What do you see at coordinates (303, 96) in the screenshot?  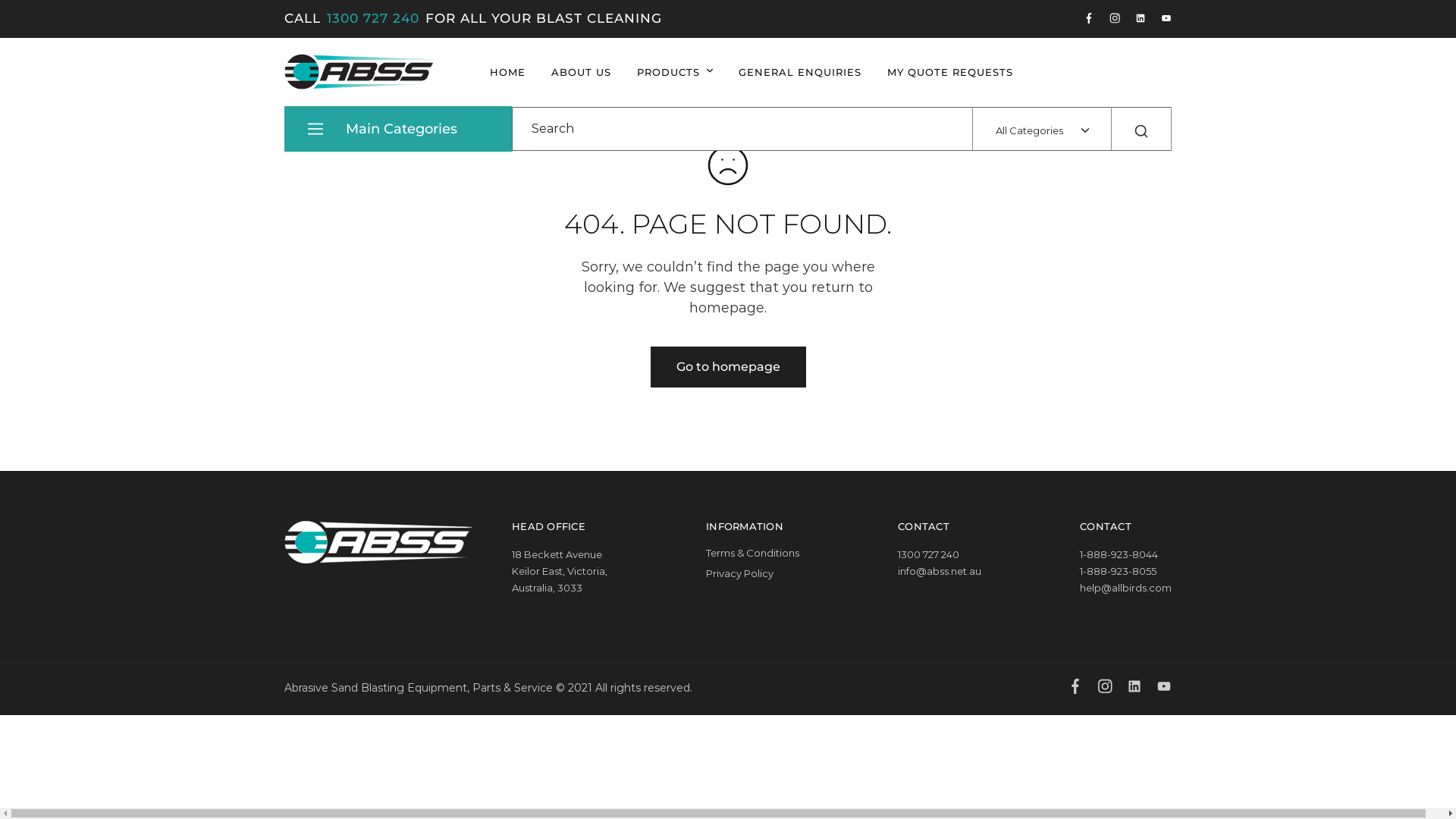 I see `'Abrasive Blasting Service & Supplies'` at bounding box center [303, 96].